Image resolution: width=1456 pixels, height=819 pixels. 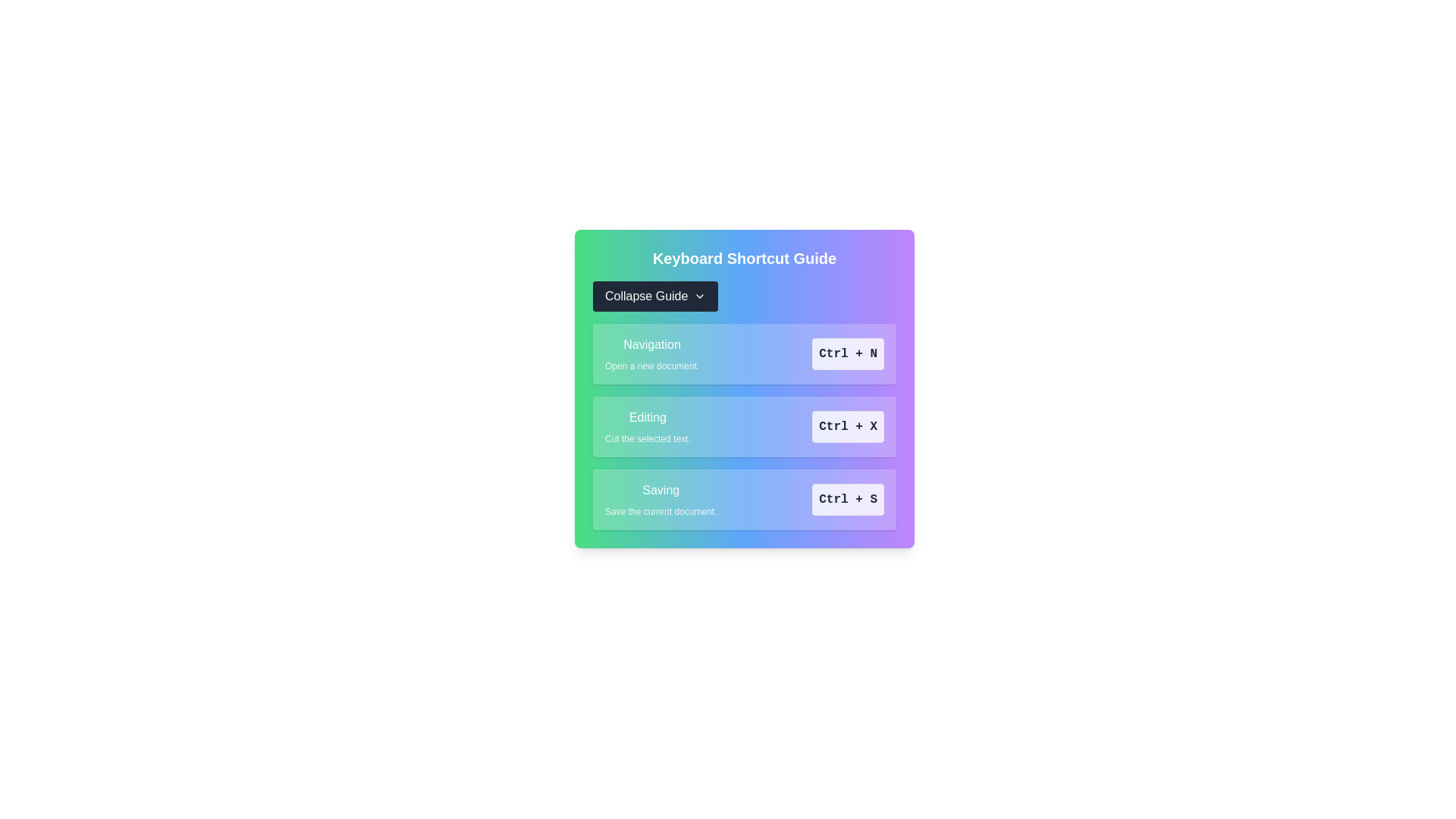 I want to click on the toggle button for the guide interface, so click(x=655, y=296).